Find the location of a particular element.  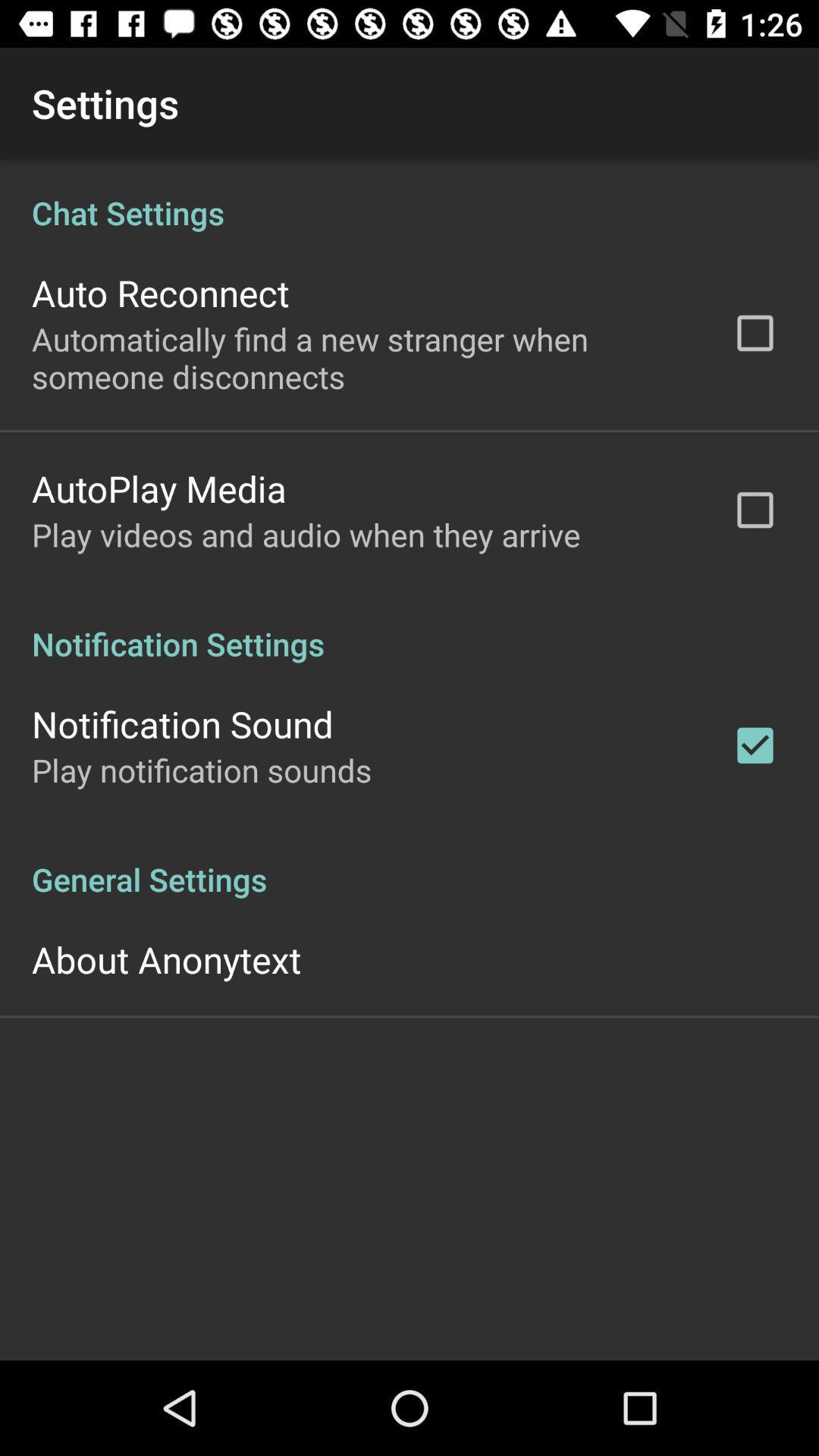

icon above the notification sound item is located at coordinates (409, 628).